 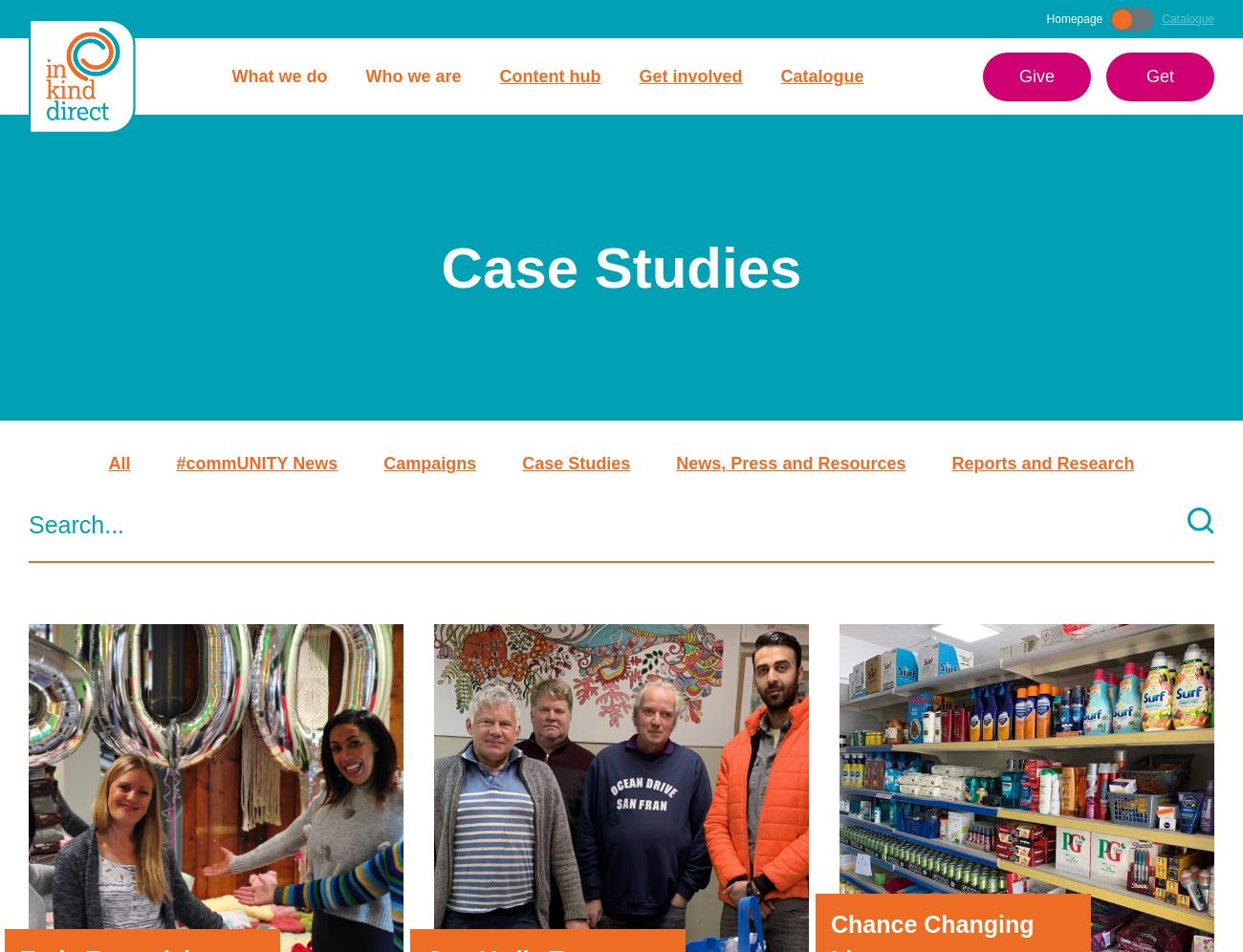 What do you see at coordinates (614, 711) in the screenshot?
I see `'Global Adventure Missions Ltd. run challenge events, including outdoors events for family groups and fundraising events for over 1,500 charities.'` at bounding box center [614, 711].